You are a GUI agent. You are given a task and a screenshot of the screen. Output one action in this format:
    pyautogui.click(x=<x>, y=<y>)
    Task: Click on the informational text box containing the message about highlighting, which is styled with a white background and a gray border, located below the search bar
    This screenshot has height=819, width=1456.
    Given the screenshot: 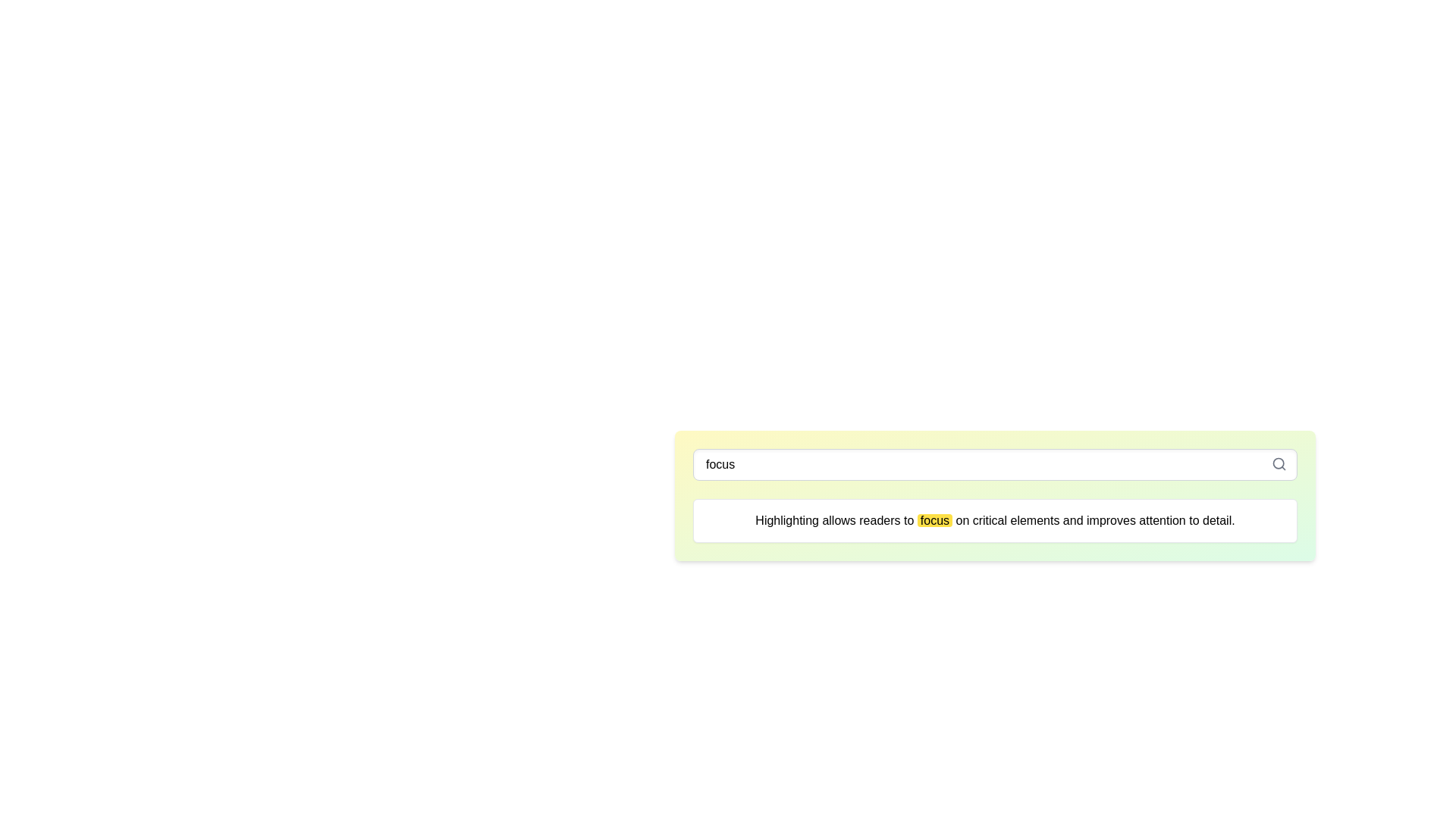 What is the action you would take?
    pyautogui.click(x=995, y=519)
    